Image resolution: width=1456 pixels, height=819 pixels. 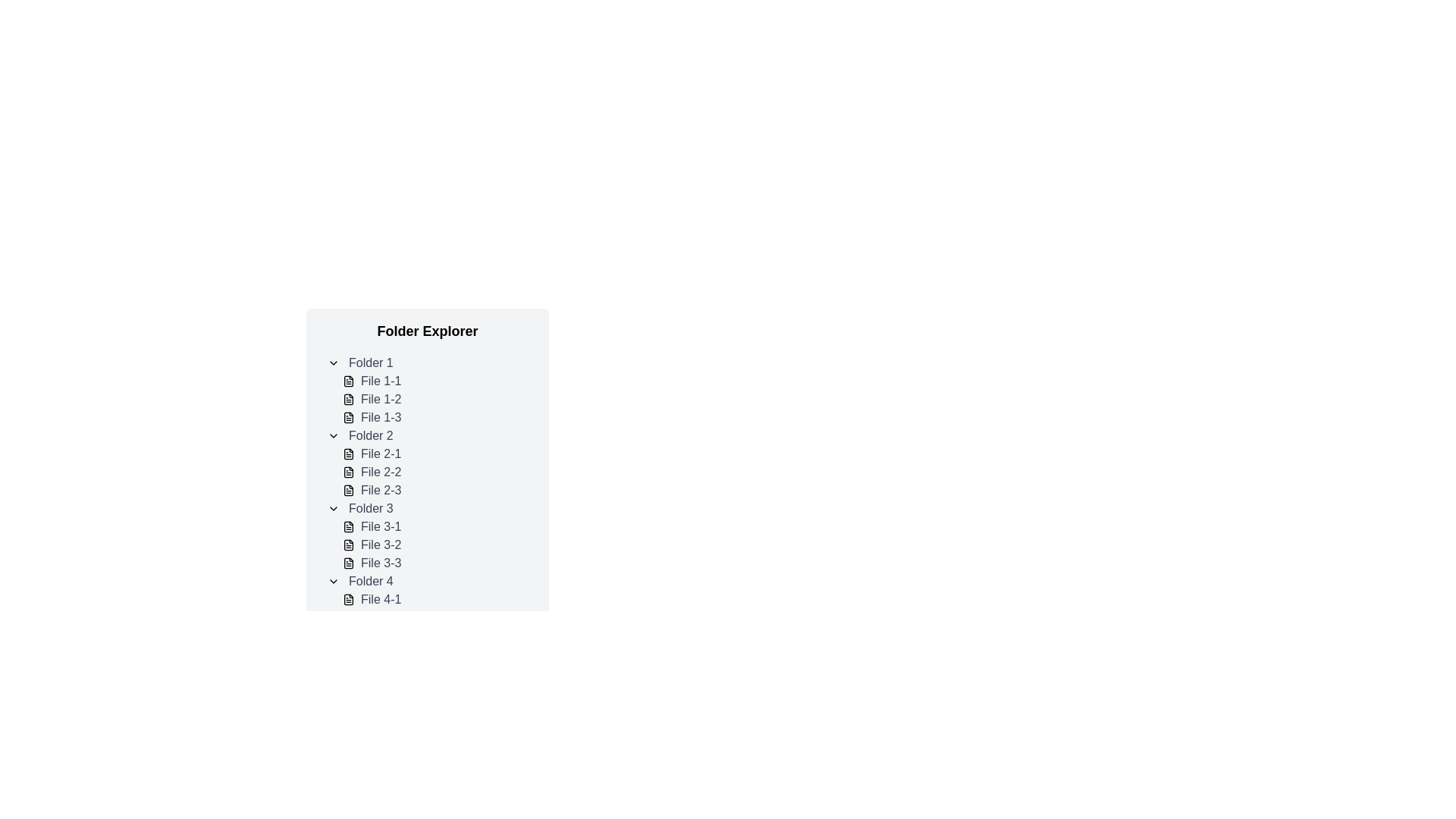 I want to click on the document icon representing 'File 2-3' located under 'Folder 2' in the file explorer interface, so click(x=348, y=491).